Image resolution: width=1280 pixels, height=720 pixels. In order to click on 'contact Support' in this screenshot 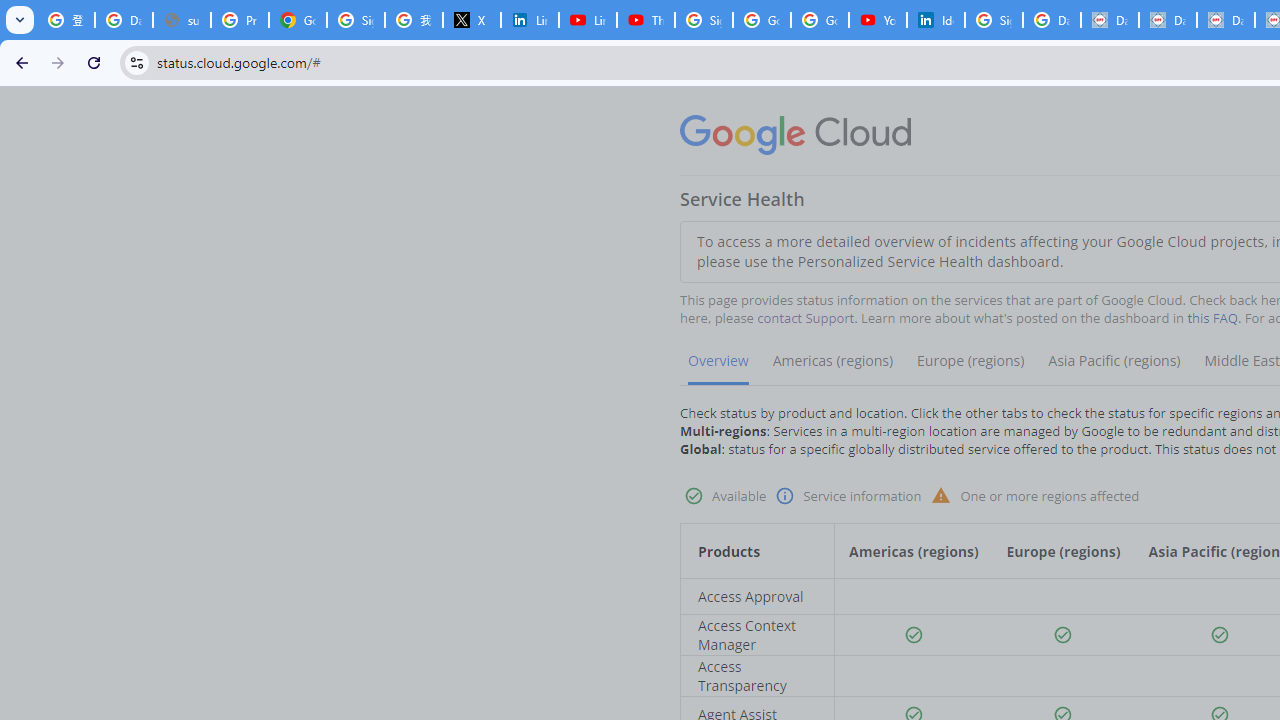, I will do `click(805, 317)`.